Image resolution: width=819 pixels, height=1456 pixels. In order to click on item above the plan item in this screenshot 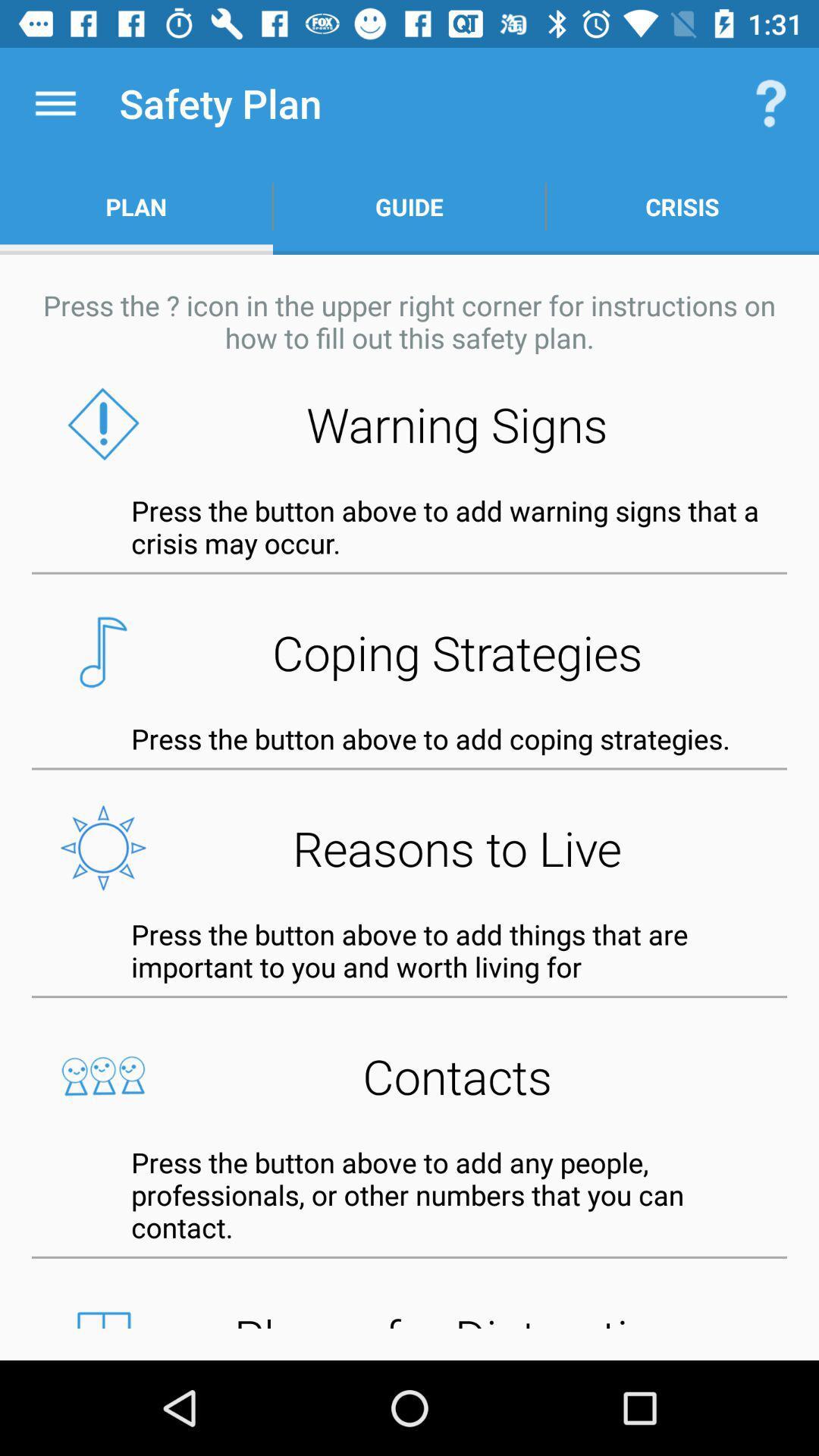, I will do `click(55, 102)`.